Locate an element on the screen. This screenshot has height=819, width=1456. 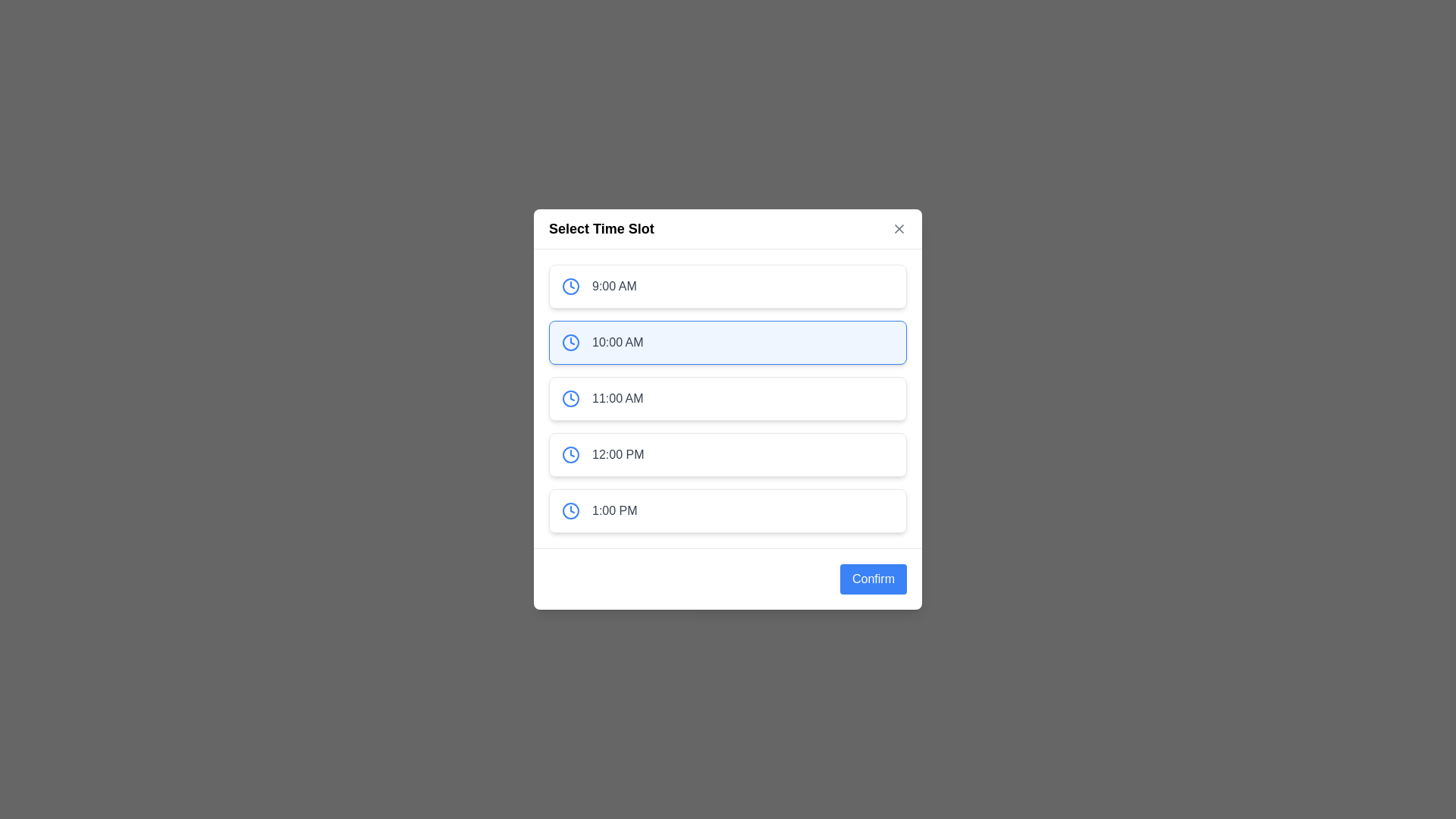
the time slot labeled 12:00 PM to select it is located at coordinates (728, 454).